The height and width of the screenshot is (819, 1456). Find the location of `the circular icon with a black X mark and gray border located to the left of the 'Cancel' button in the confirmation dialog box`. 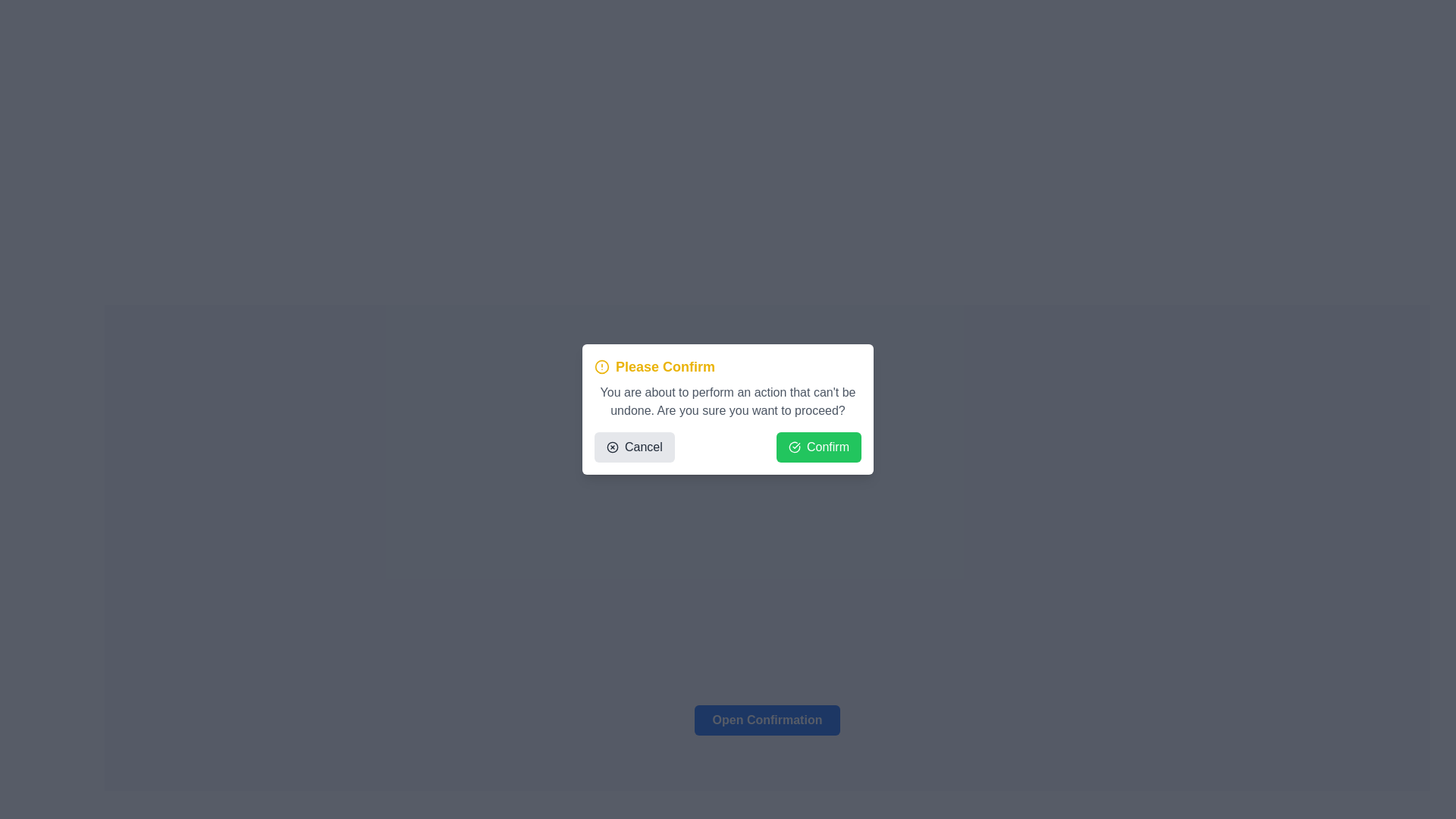

the circular icon with a black X mark and gray border located to the left of the 'Cancel' button in the confirmation dialog box is located at coordinates (612, 447).